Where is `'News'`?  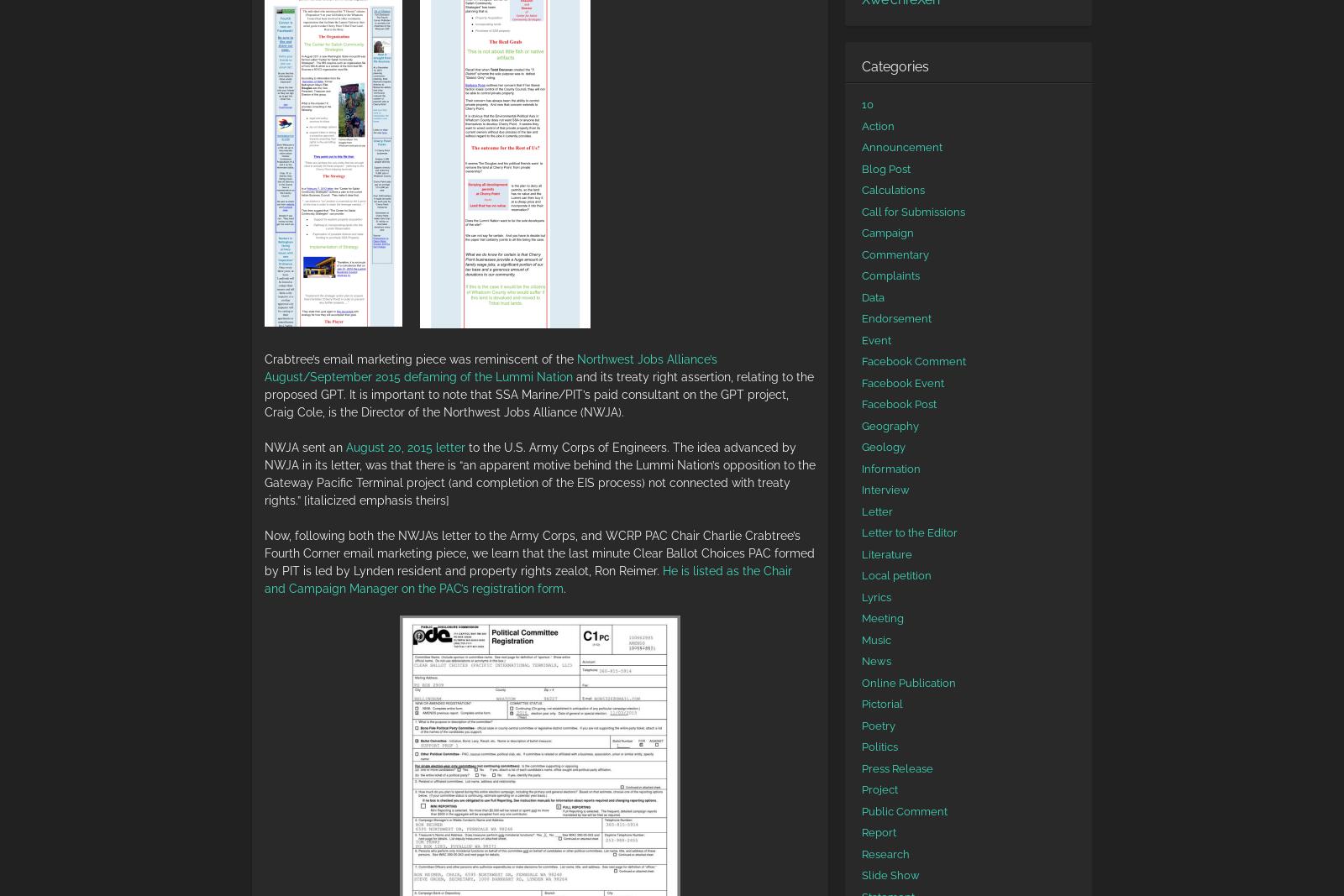
'News' is located at coordinates (861, 660).